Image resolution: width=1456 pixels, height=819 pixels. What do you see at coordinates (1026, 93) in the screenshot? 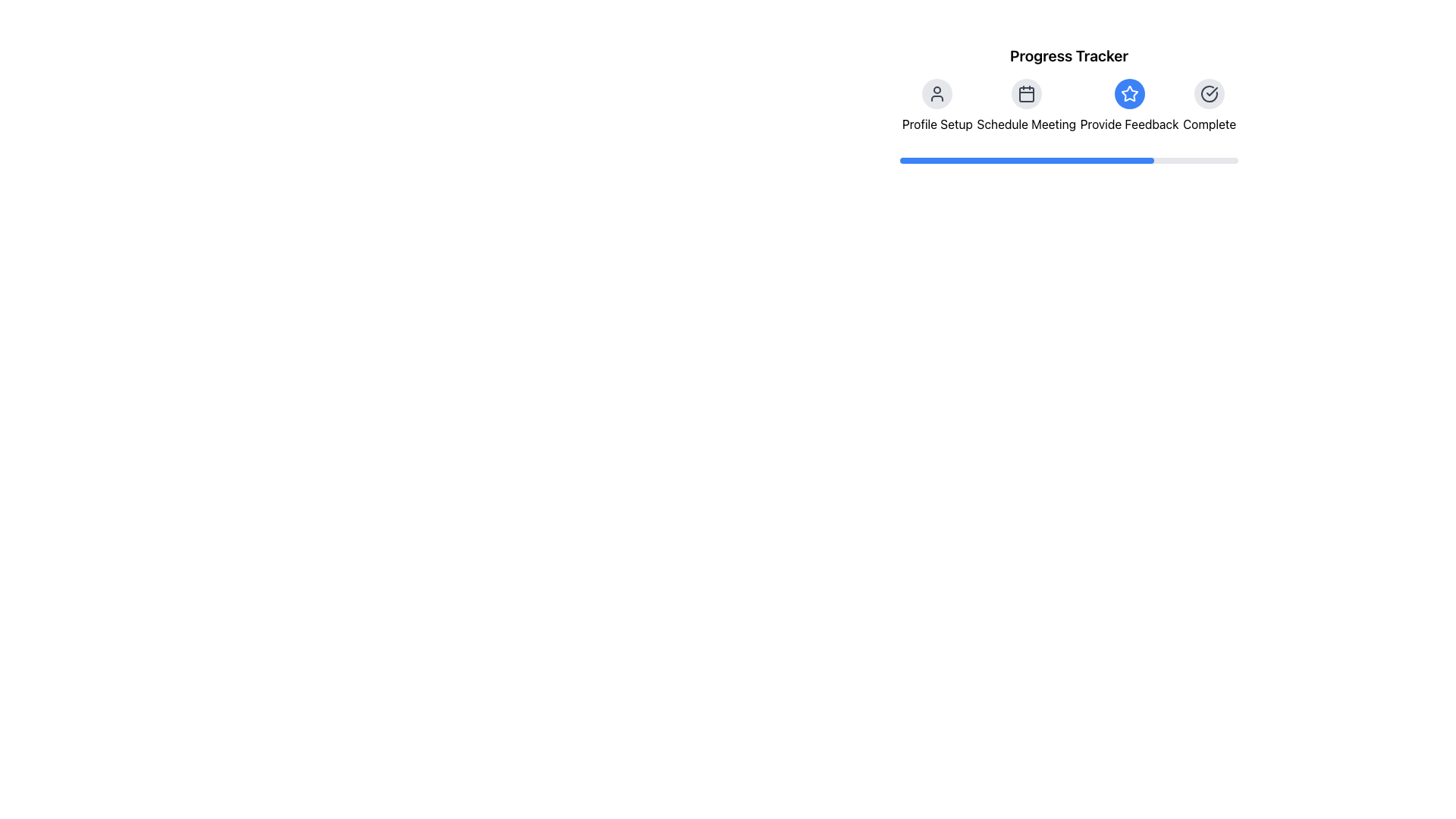
I see `the calendar icon, which is the second icon in a row of four within the progress tracker interface` at bounding box center [1026, 93].